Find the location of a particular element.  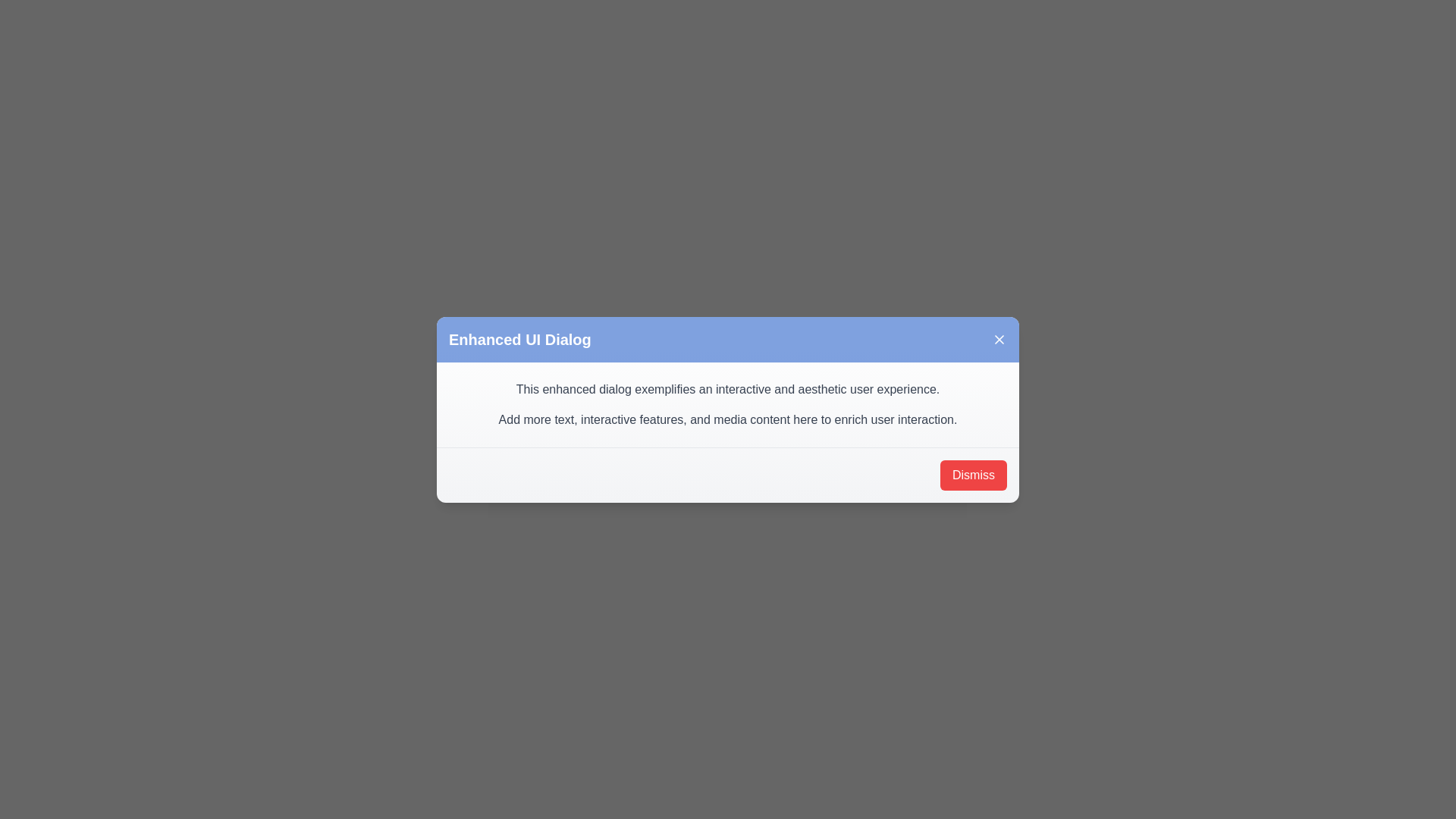

the 'X' button in the header to close the dialog is located at coordinates (999, 338).